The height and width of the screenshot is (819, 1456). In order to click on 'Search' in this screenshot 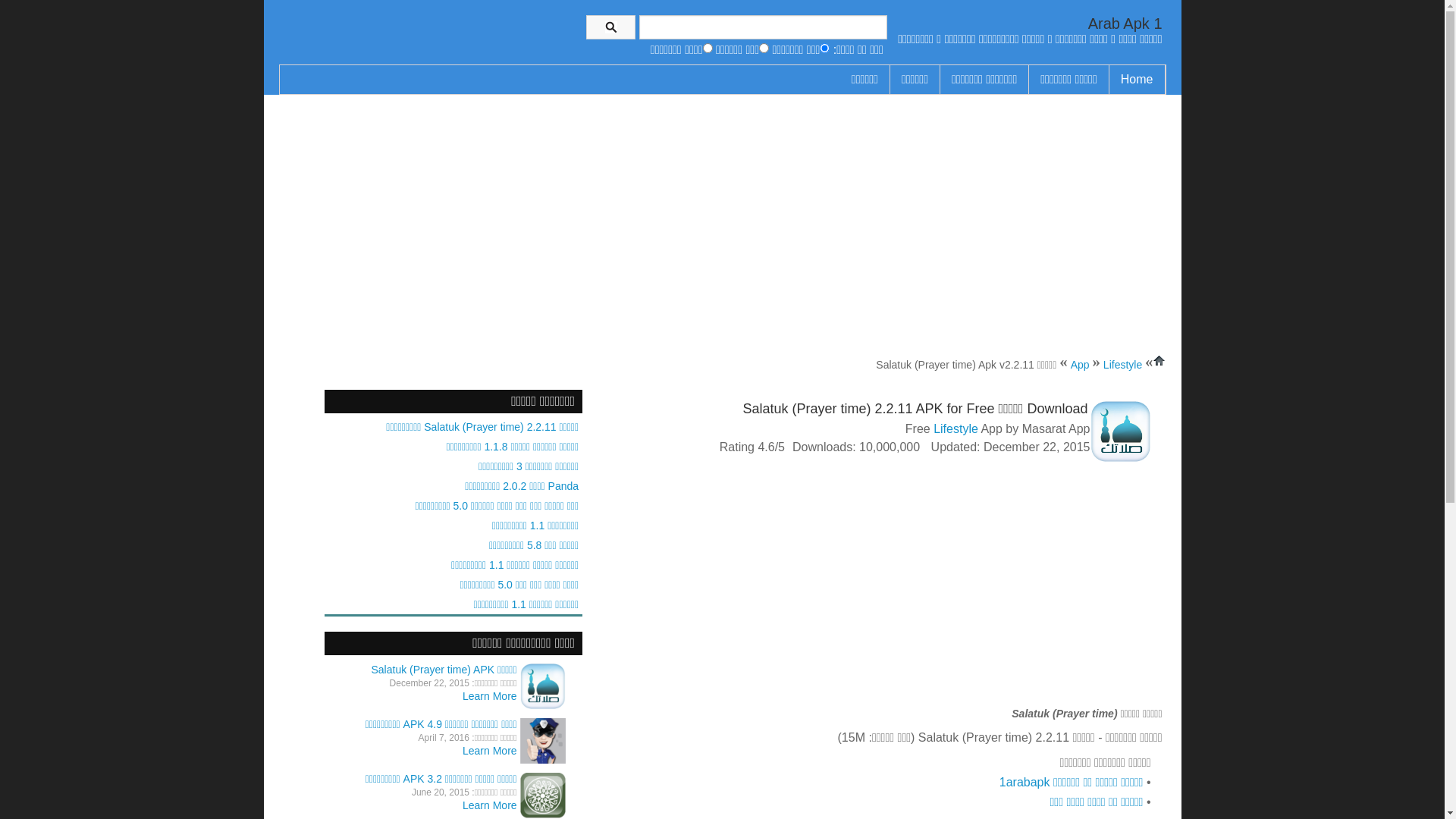, I will do `click(610, 27)`.